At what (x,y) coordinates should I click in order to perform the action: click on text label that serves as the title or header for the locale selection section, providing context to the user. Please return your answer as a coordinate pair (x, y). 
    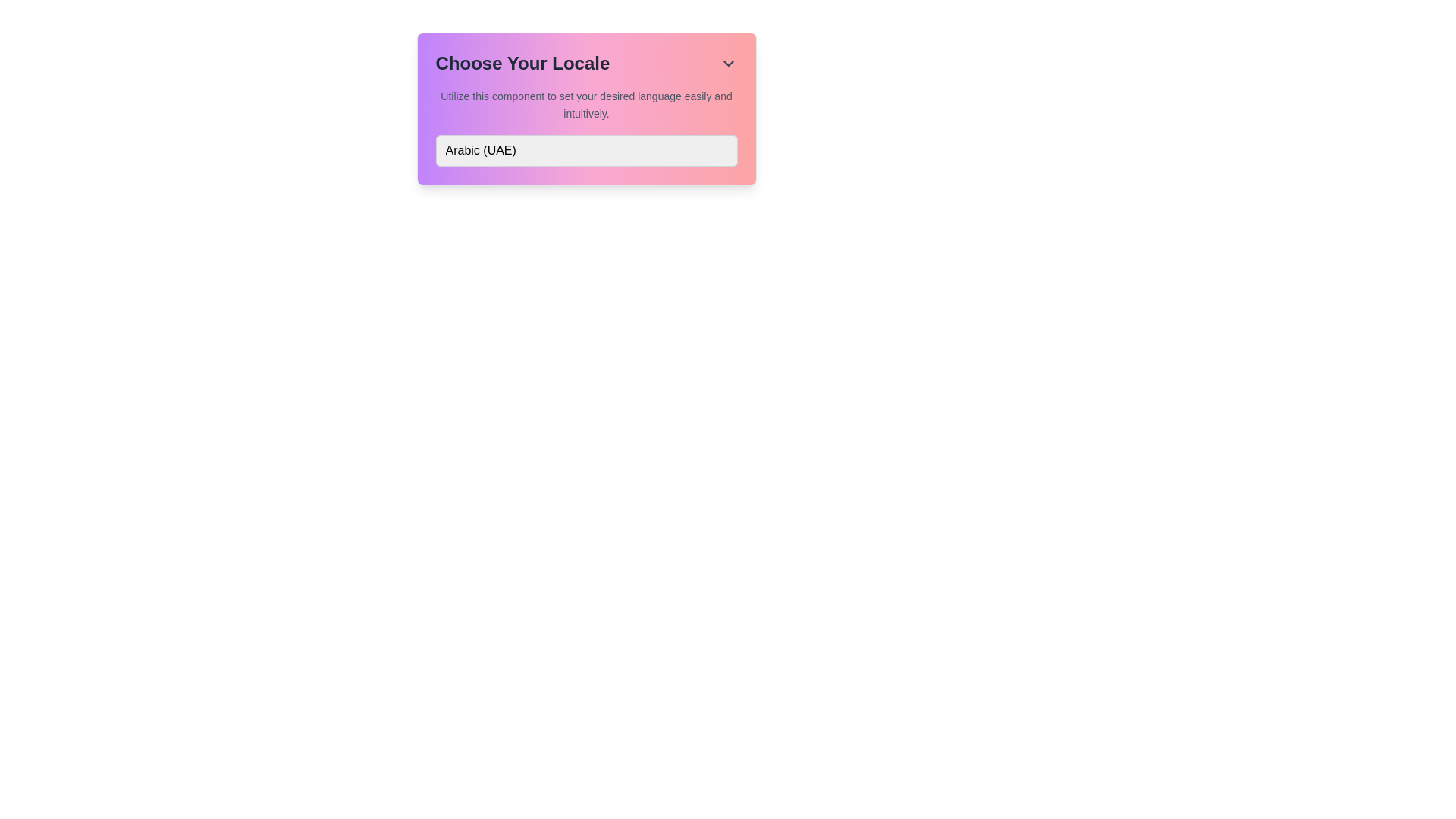
    Looking at the image, I should click on (522, 63).